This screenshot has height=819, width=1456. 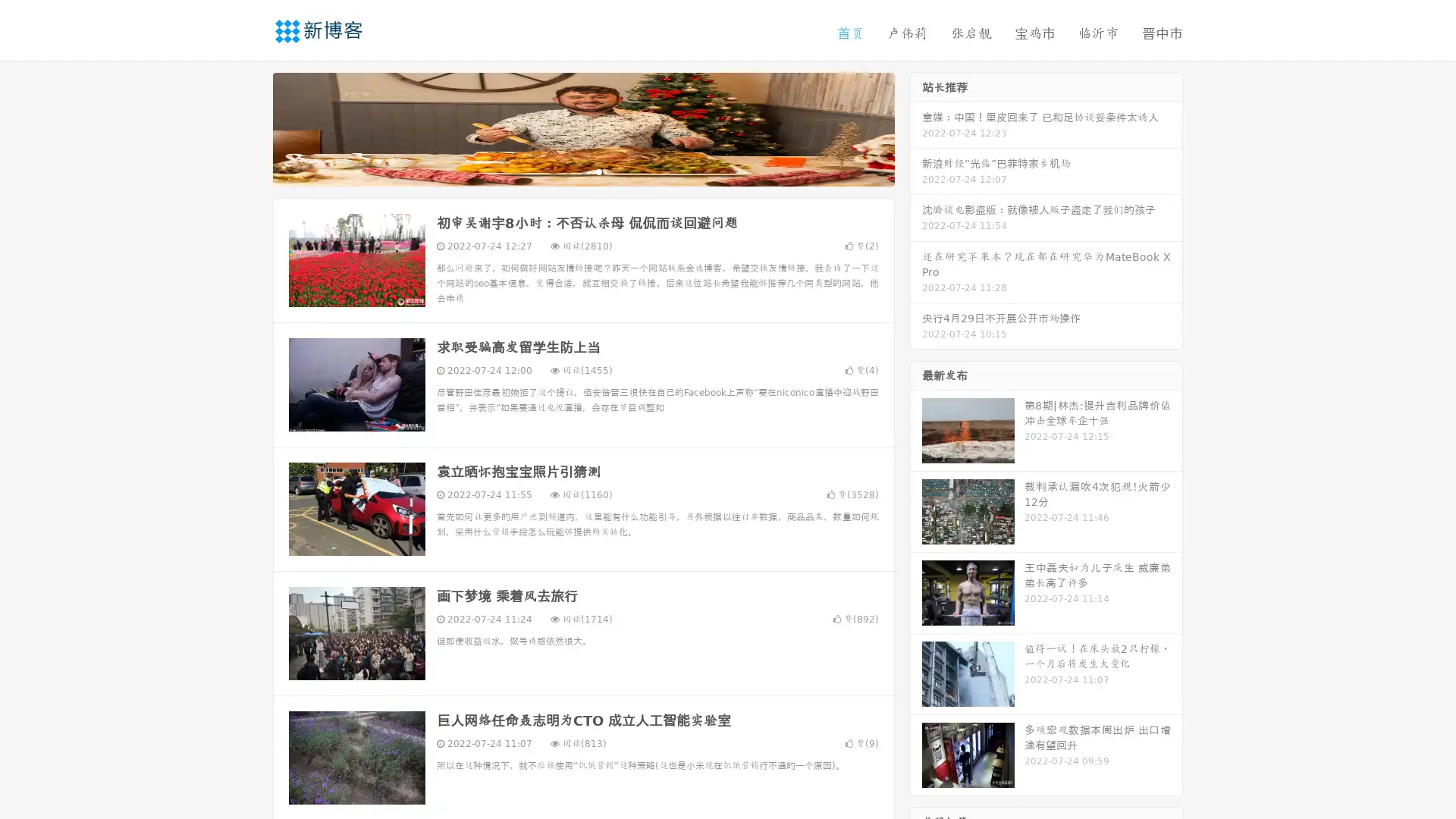 I want to click on Go to slide 2, so click(x=582, y=171).